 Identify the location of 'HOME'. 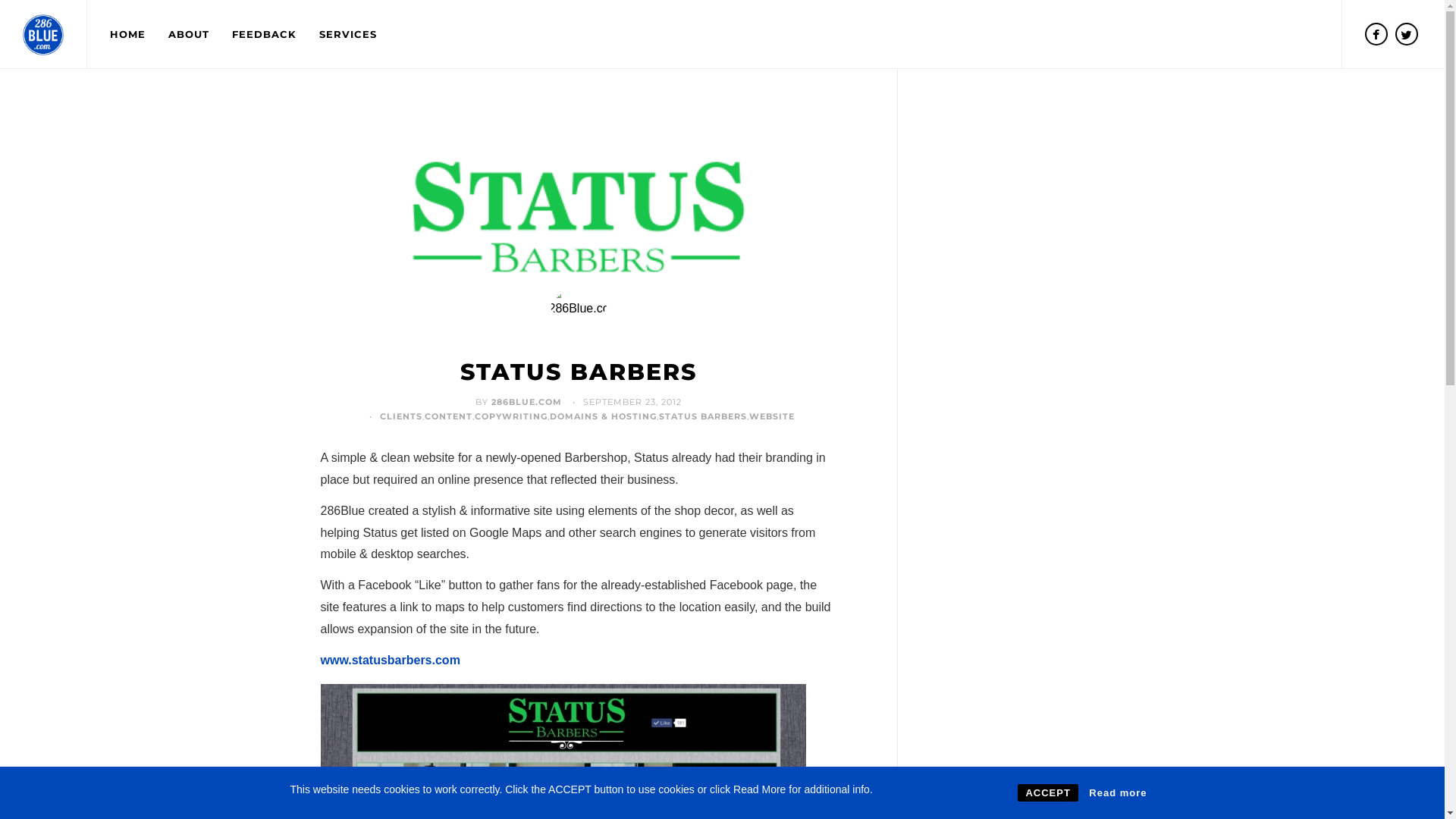
(127, 34).